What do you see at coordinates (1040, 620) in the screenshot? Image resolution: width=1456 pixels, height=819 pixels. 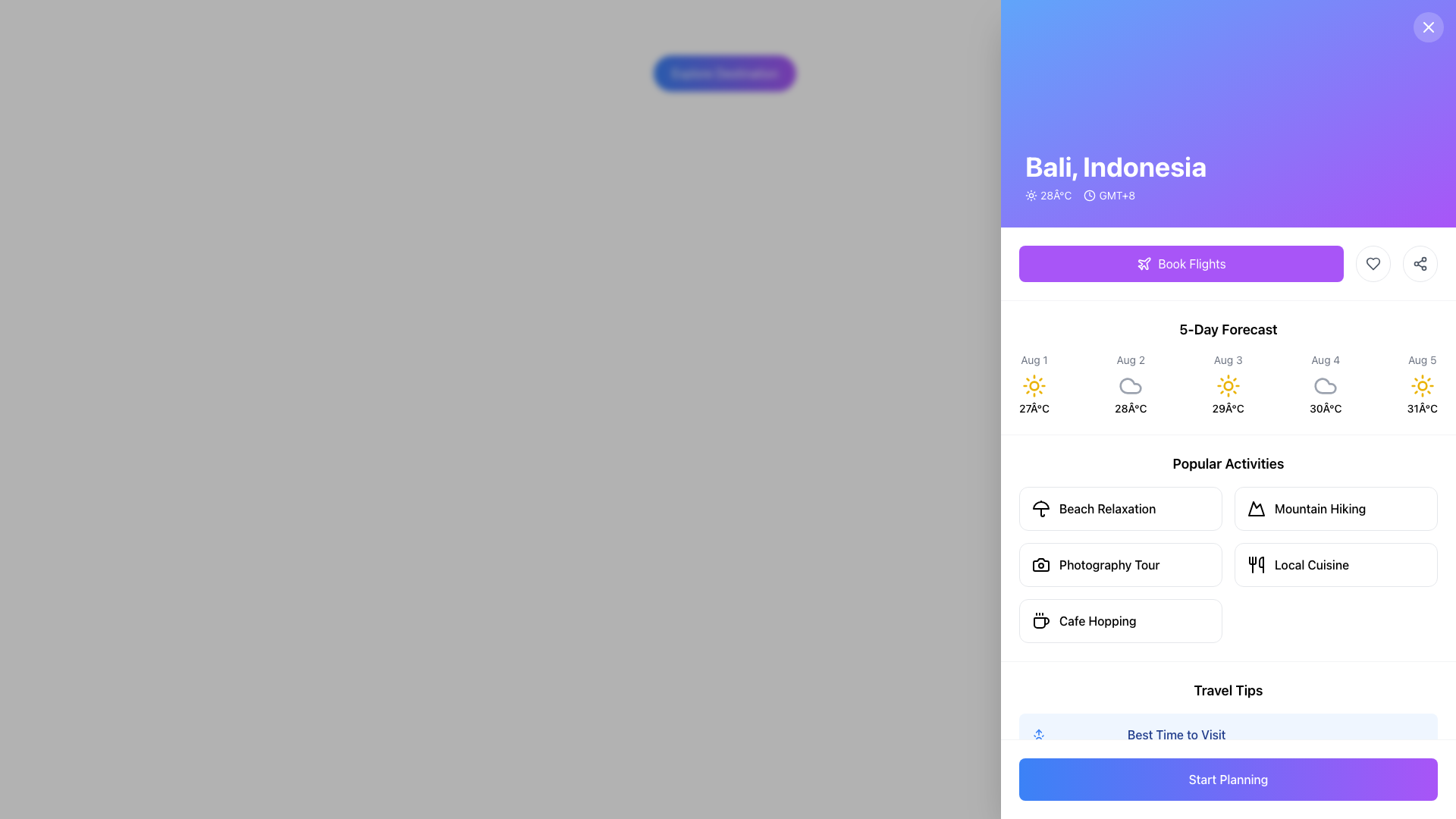 I see `the coffee-related icon located to the left of the 'Cafe Hopping' text within the card labeled 'Cafe Hopping'` at bounding box center [1040, 620].